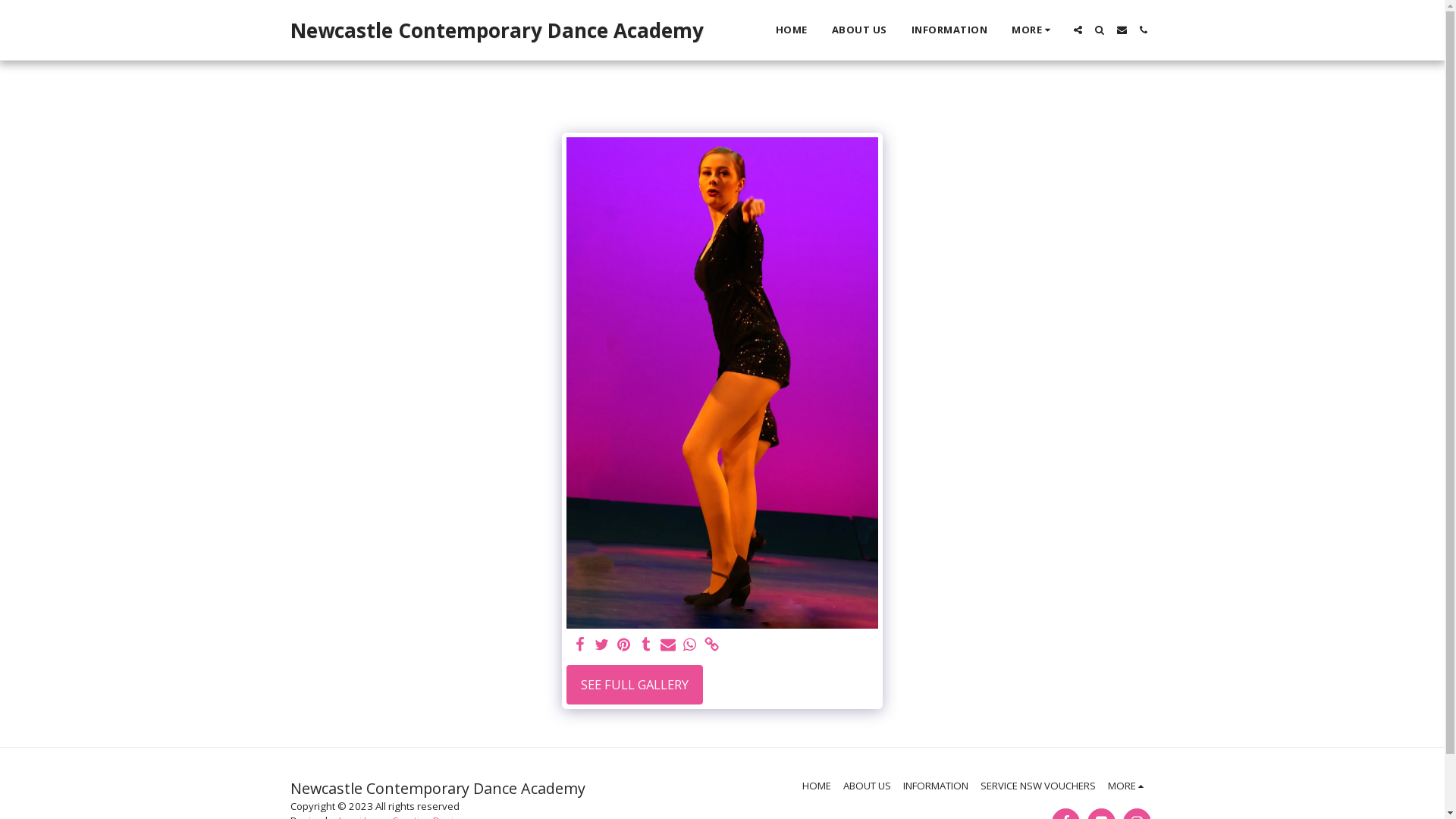  Describe the element at coordinates (634, 684) in the screenshot. I see `'SEE FULL GALLERY'` at that location.